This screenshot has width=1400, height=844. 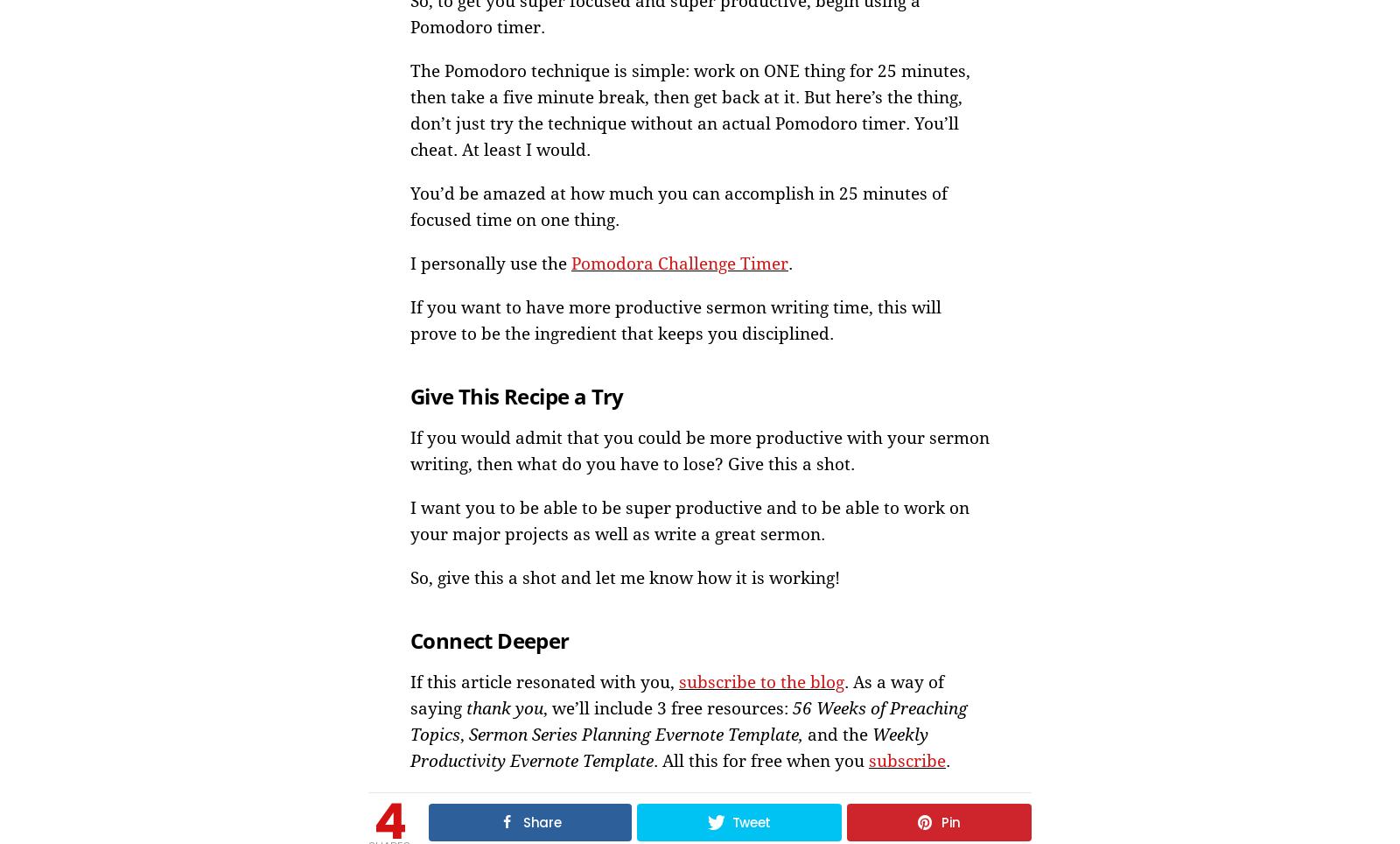 I want to click on ', we’ll include 3 free resources:', so click(x=668, y=707).